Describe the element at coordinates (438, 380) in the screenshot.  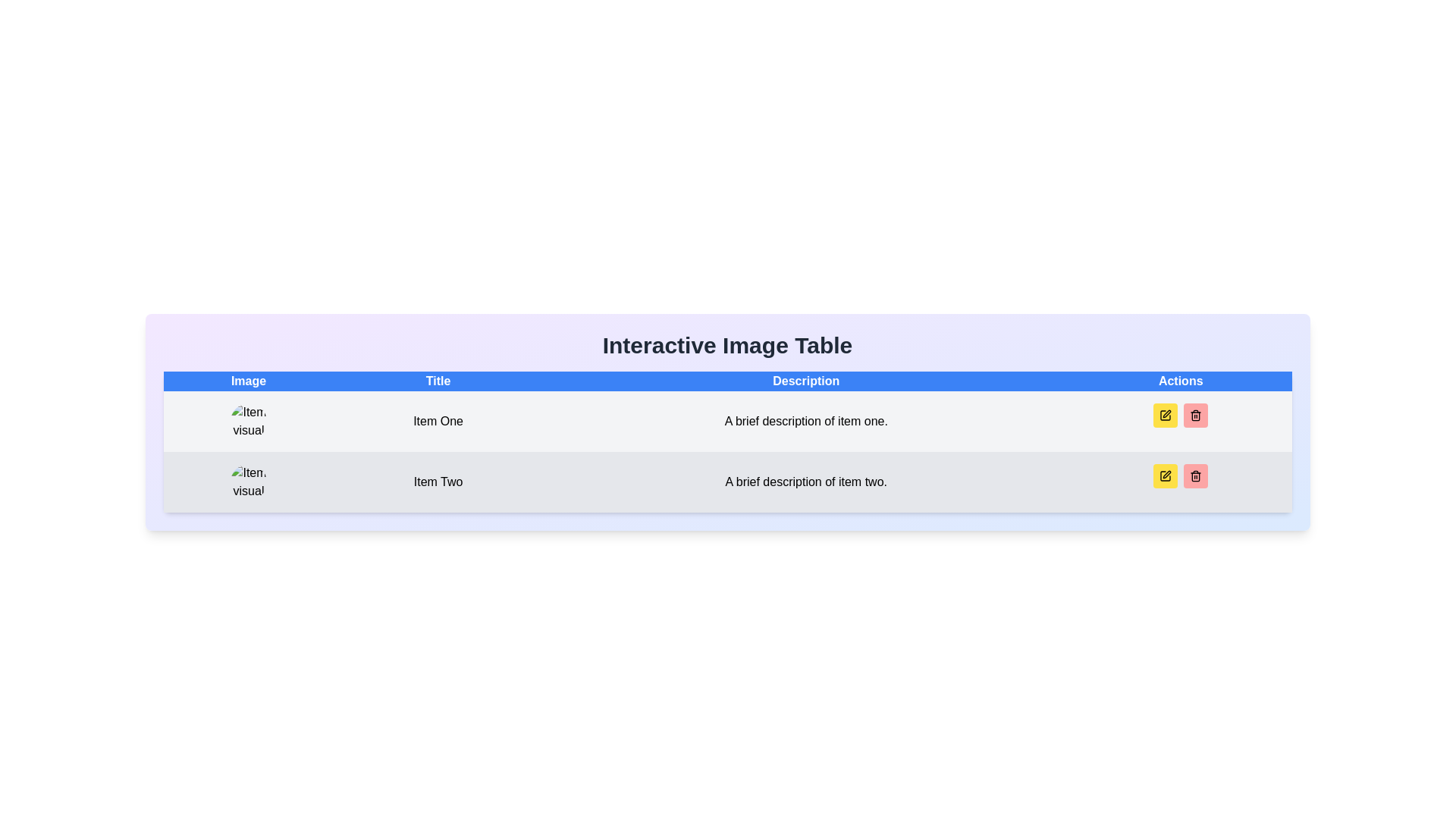
I see `the 'Title' column header text label which is located in the second position from the left in the header row of the table, directly to the right of the 'Image' label and to the left of the 'Description' label` at that location.